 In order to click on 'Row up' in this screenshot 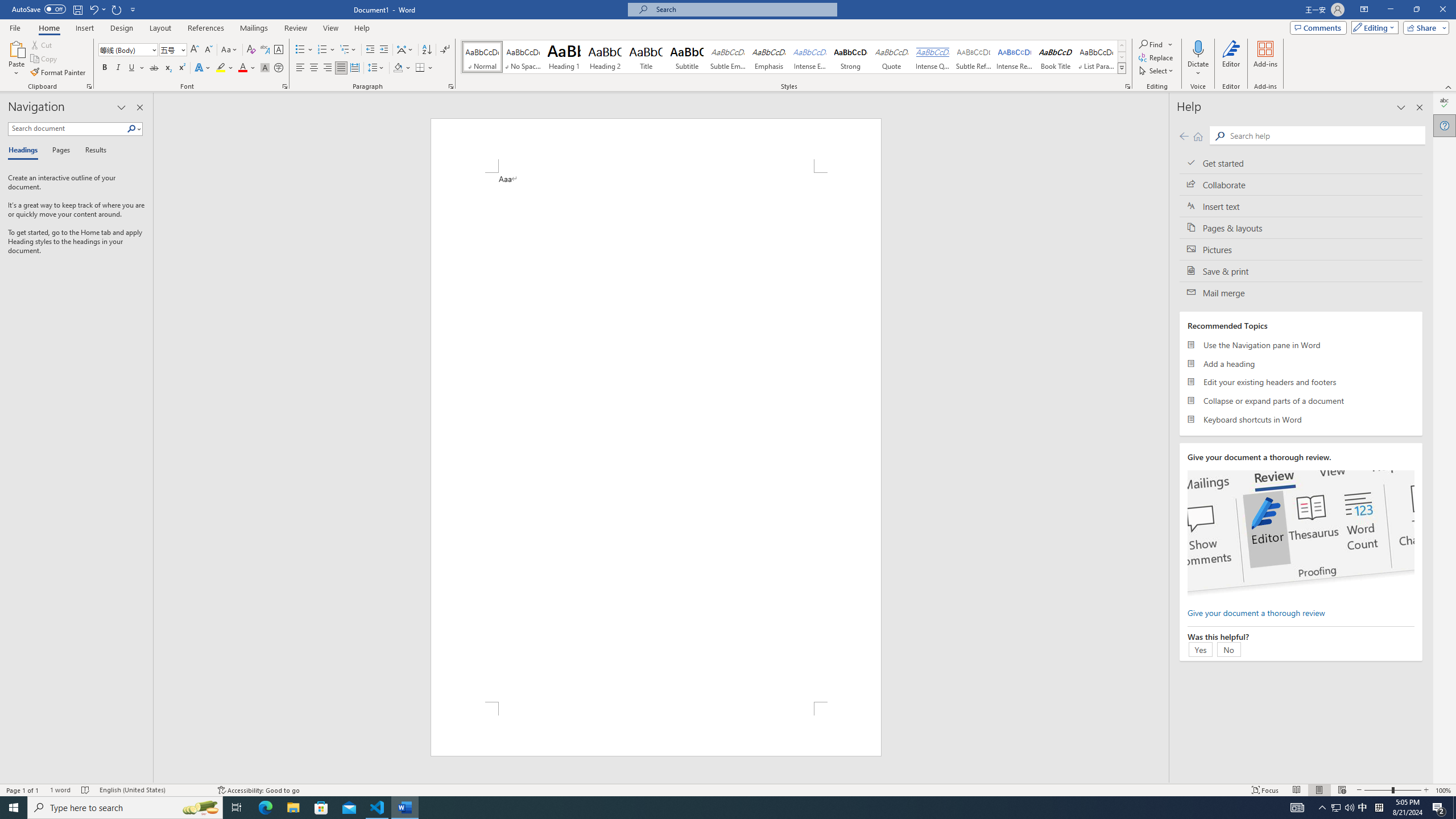, I will do `click(1122, 45)`.